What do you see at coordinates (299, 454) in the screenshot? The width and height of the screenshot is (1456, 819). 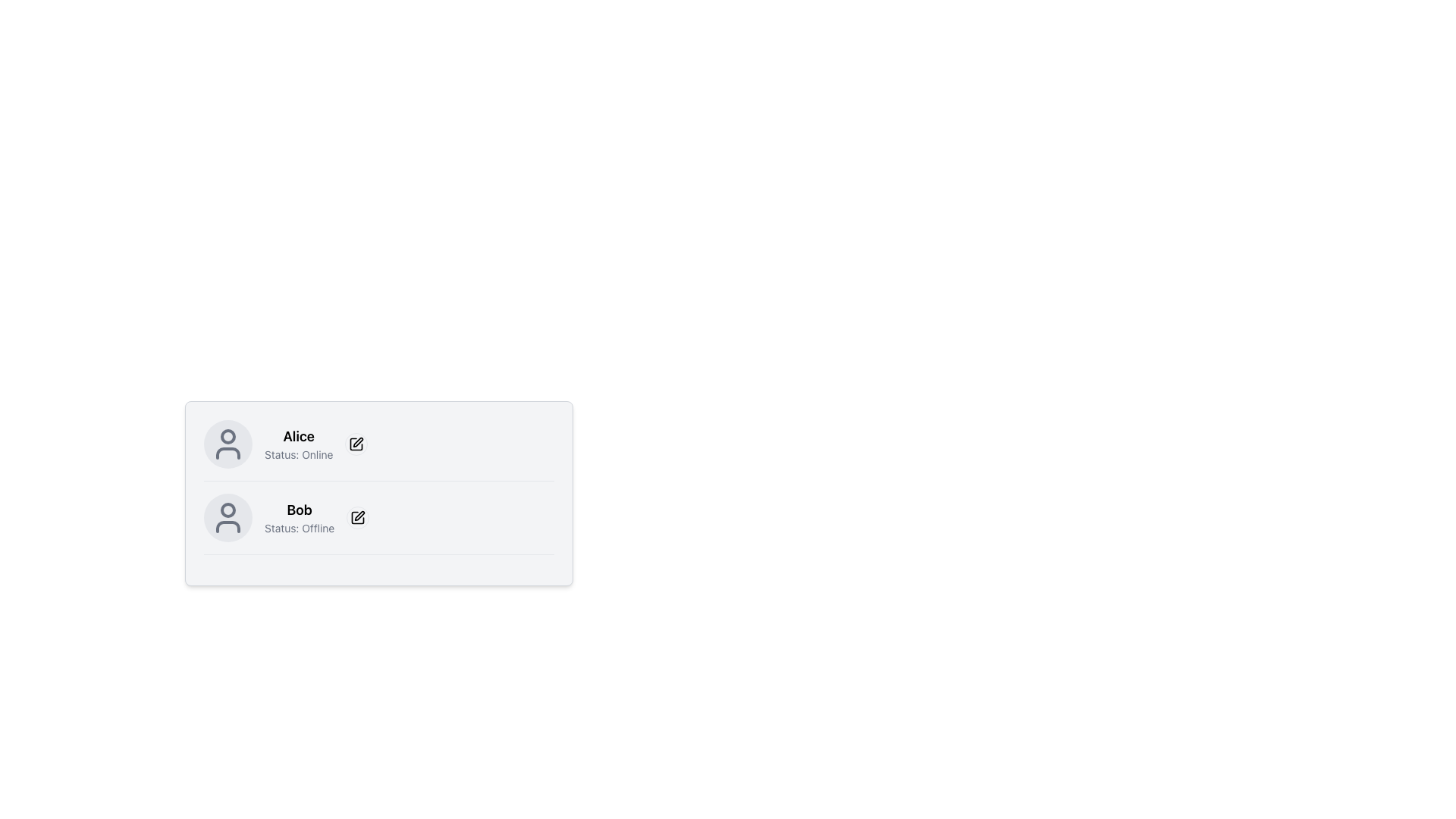 I see `the text label displaying 'Status: Online', which is positioned below the name 'Alice' in a card-like section of the interface` at bounding box center [299, 454].